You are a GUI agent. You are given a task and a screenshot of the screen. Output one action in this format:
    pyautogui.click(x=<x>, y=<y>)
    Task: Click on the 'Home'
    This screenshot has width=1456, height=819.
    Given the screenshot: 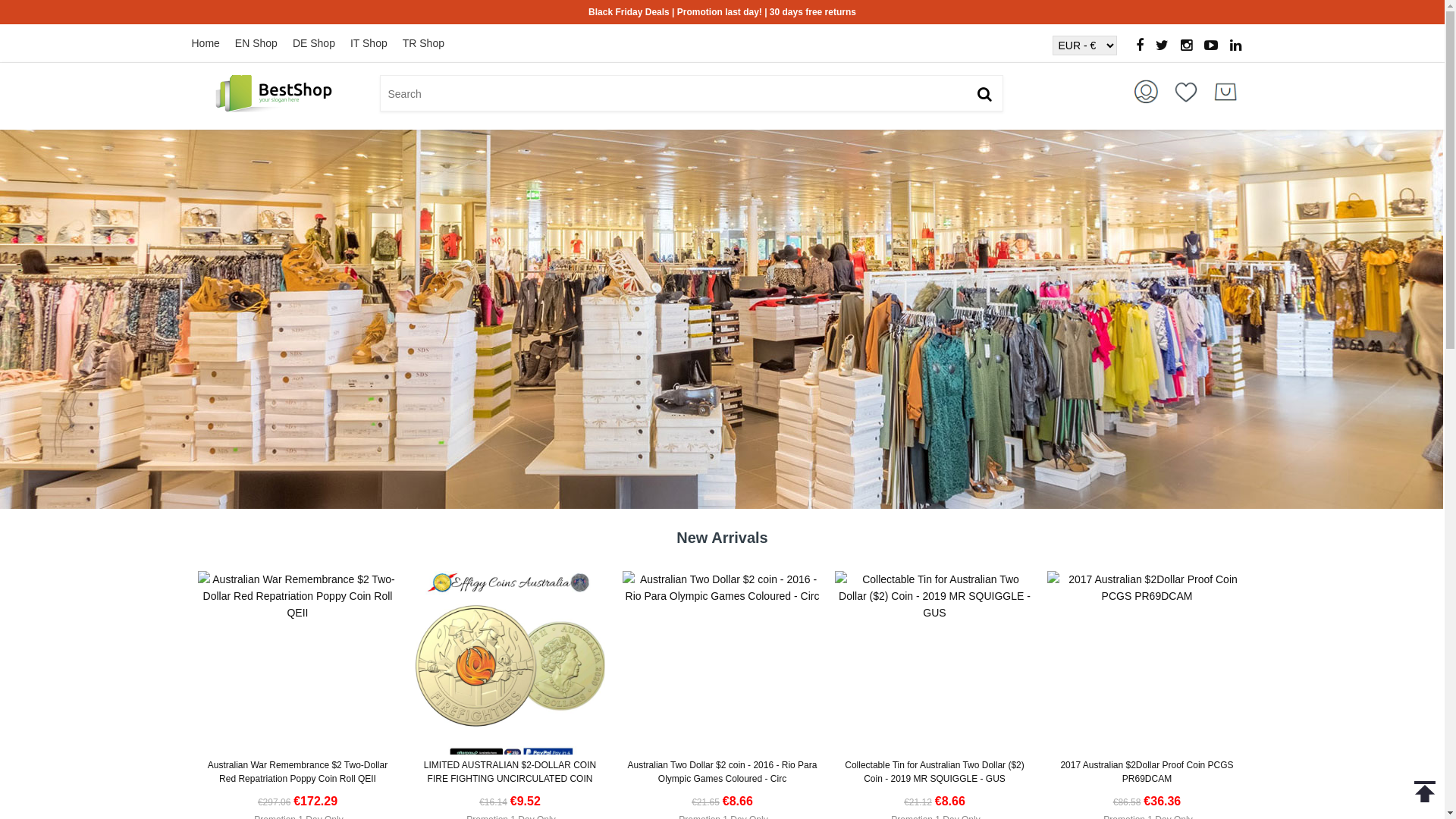 What is the action you would take?
    pyautogui.click(x=212, y=42)
    